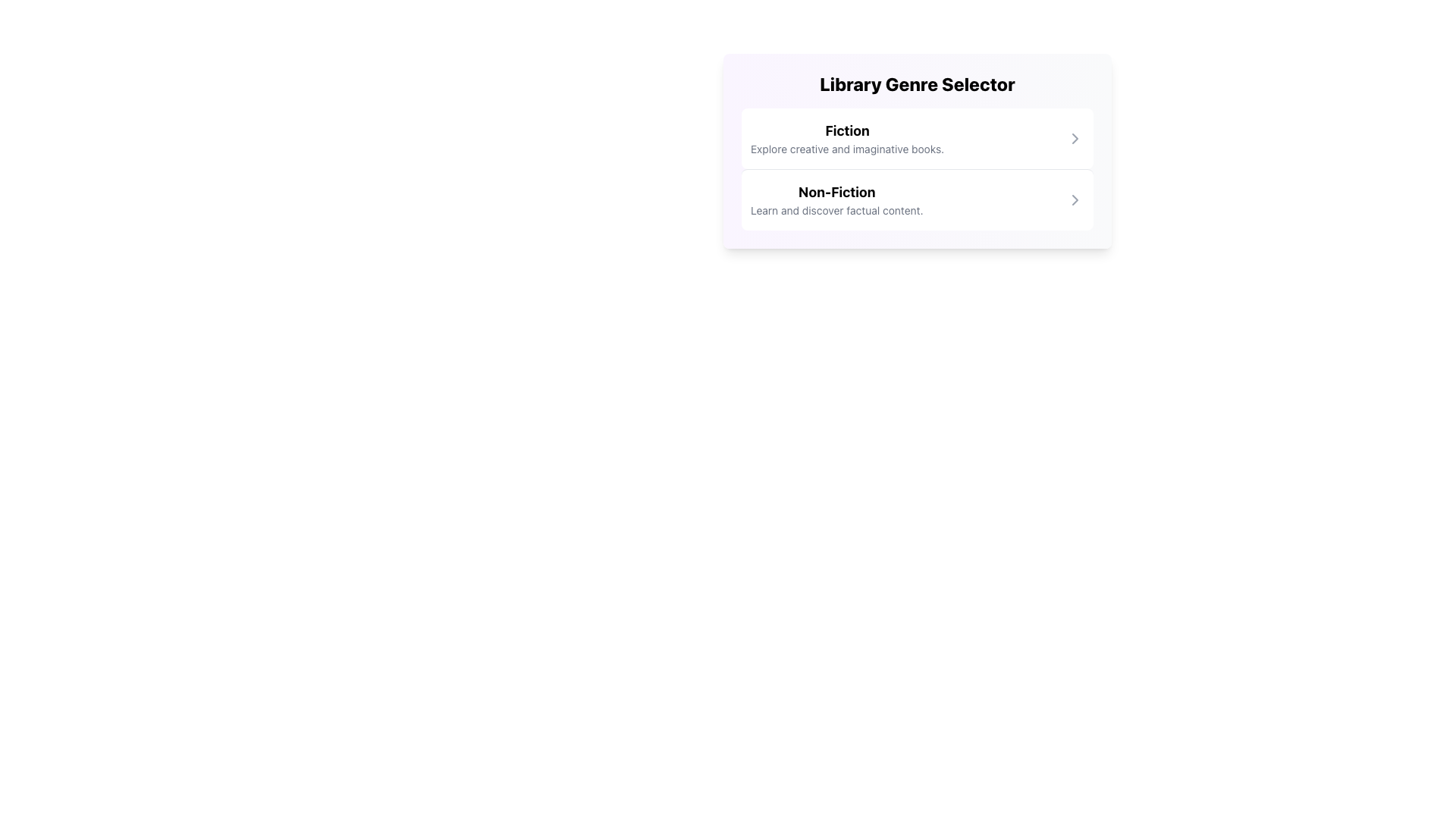 Image resolution: width=1456 pixels, height=819 pixels. What do you see at coordinates (916, 138) in the screenshot?
I see `the selectable card for the 'Fiction' genre` at bounding box center [916, 138].